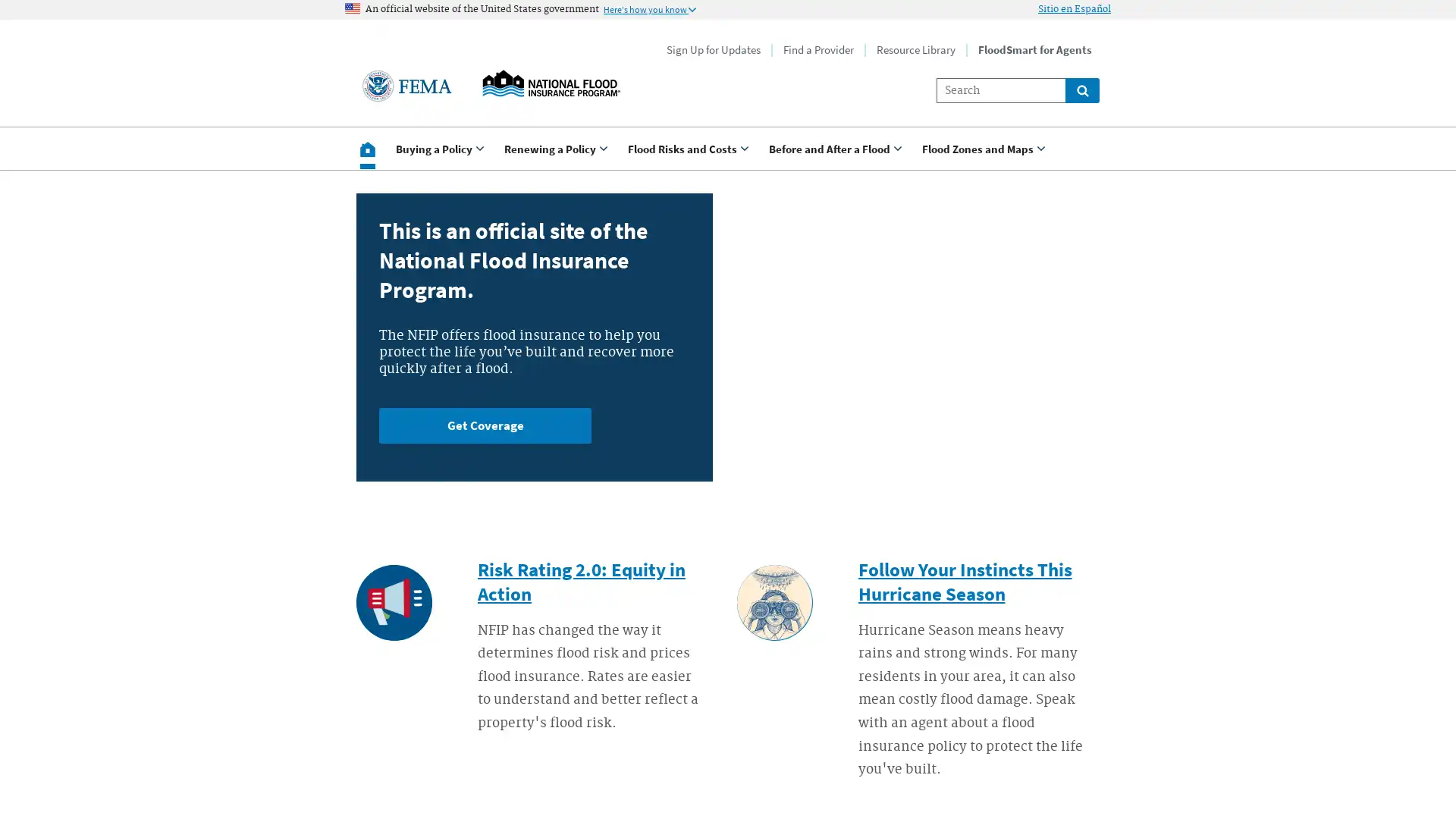 The image size is (1456, 819). I want to click on Information to identify secure official US Government websites, so click(650, 8).